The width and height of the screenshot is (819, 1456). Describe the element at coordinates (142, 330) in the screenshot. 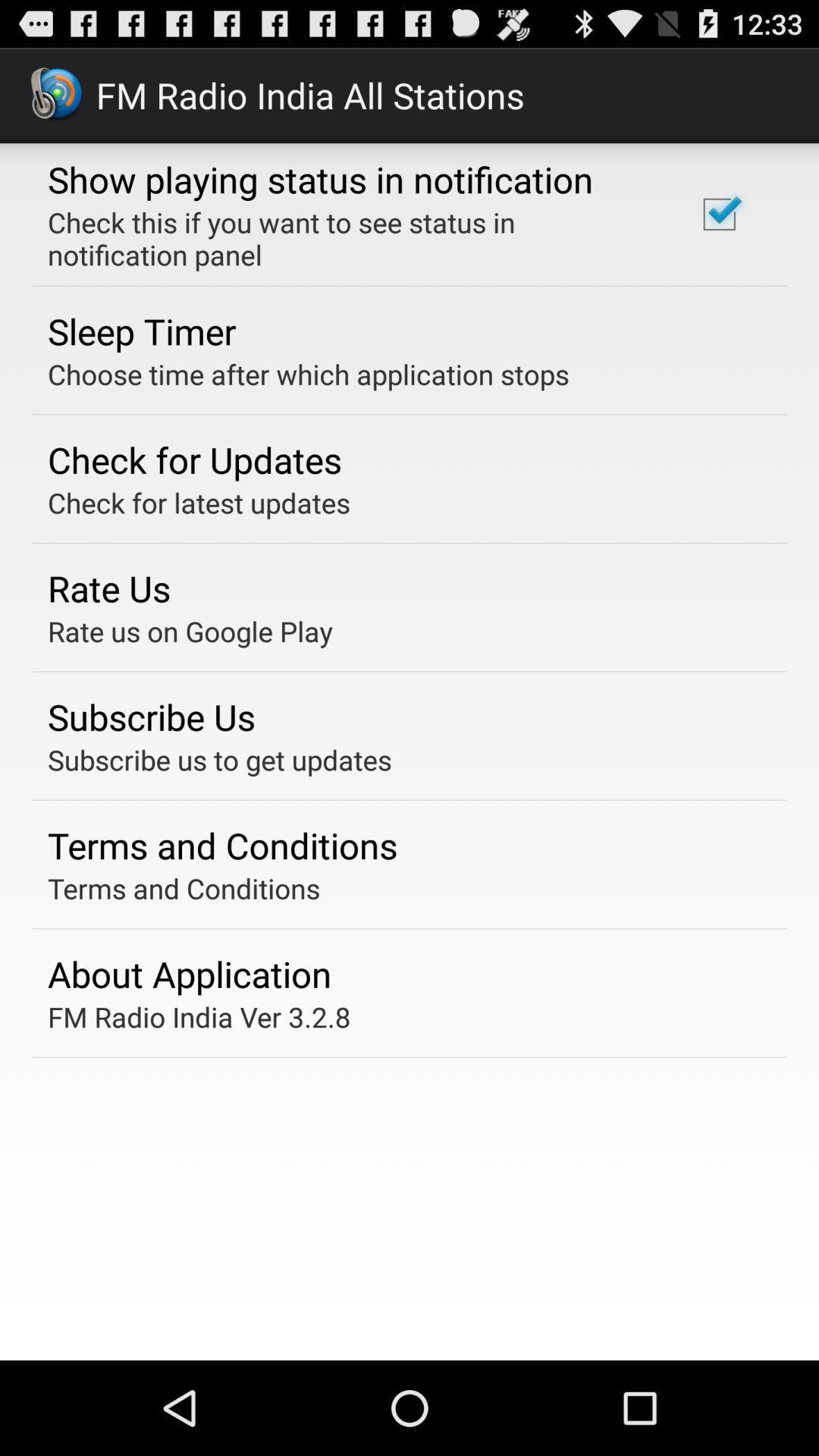

I see `sleep timer` at that location.